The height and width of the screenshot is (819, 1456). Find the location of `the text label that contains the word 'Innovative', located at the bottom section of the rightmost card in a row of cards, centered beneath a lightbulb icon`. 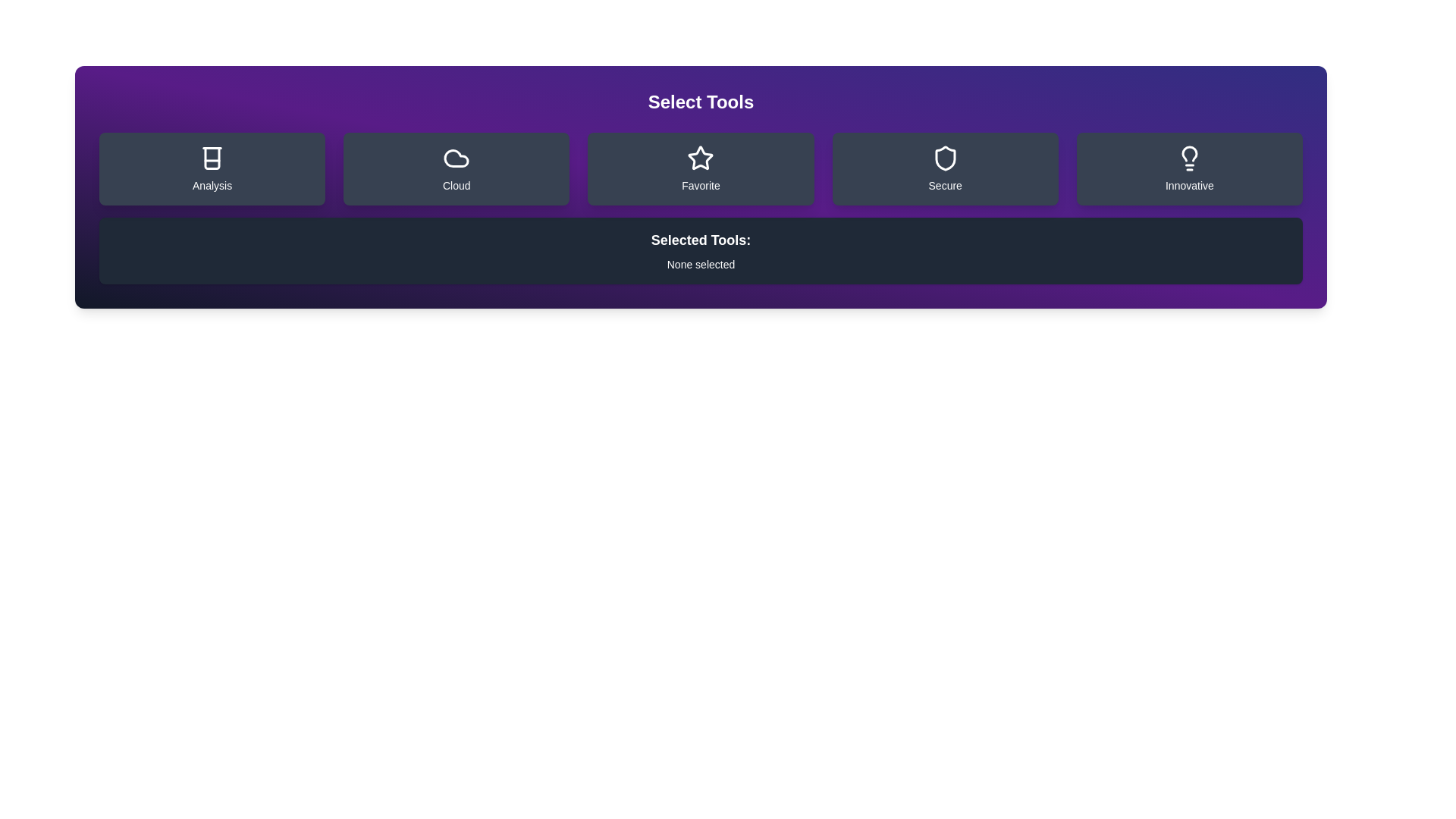

the text label that contains the word 'Innovative', located at the bottom section of the rightmost card in a row of cards, centered beneath a lightbulb icon is located at coordinates (1188, 185).